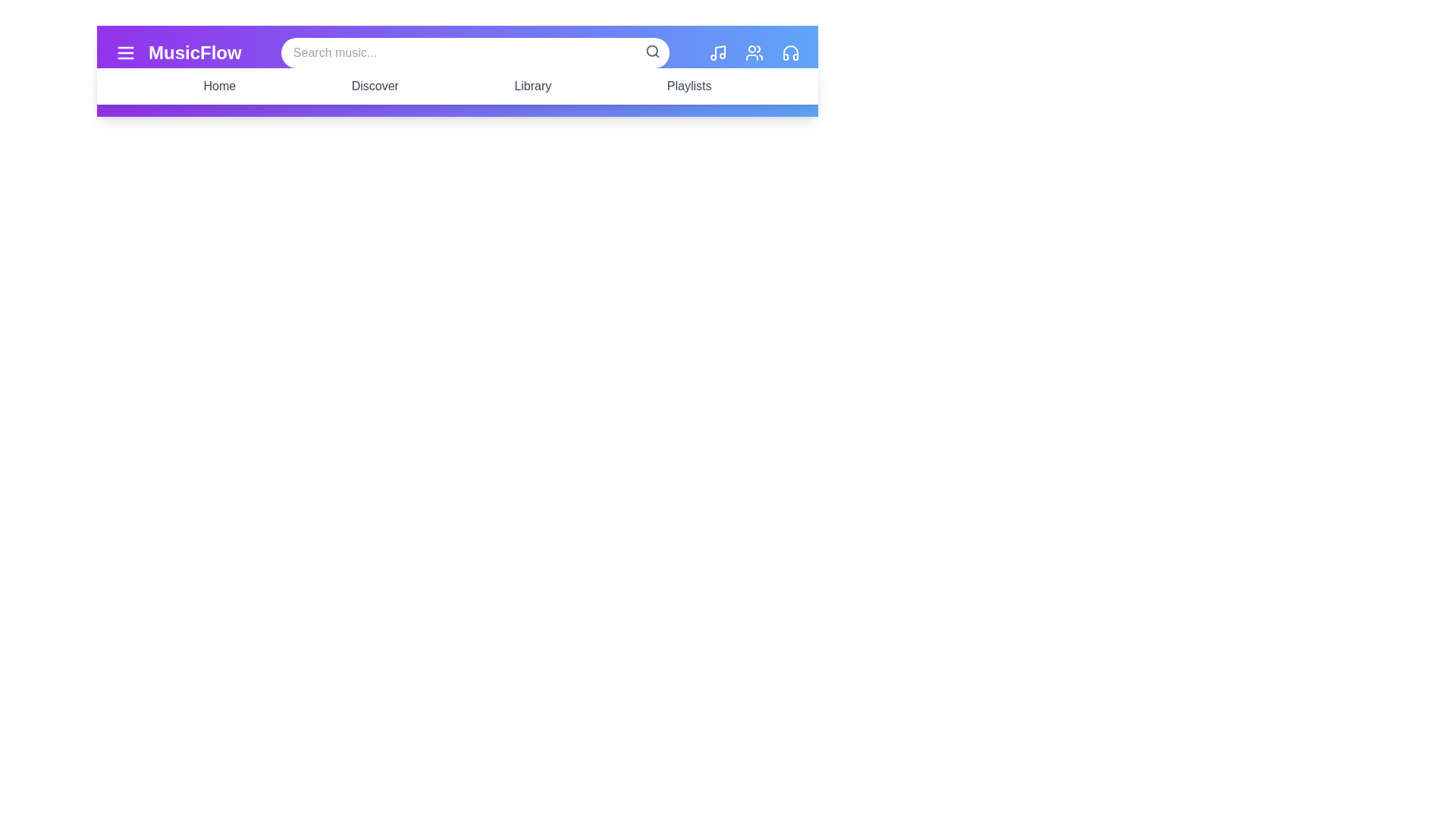 The image size is (1456, 819). Describe the element at coordinates (194, 52) in the screenshot. I see `the title text 'MusicFlow'` at that location.